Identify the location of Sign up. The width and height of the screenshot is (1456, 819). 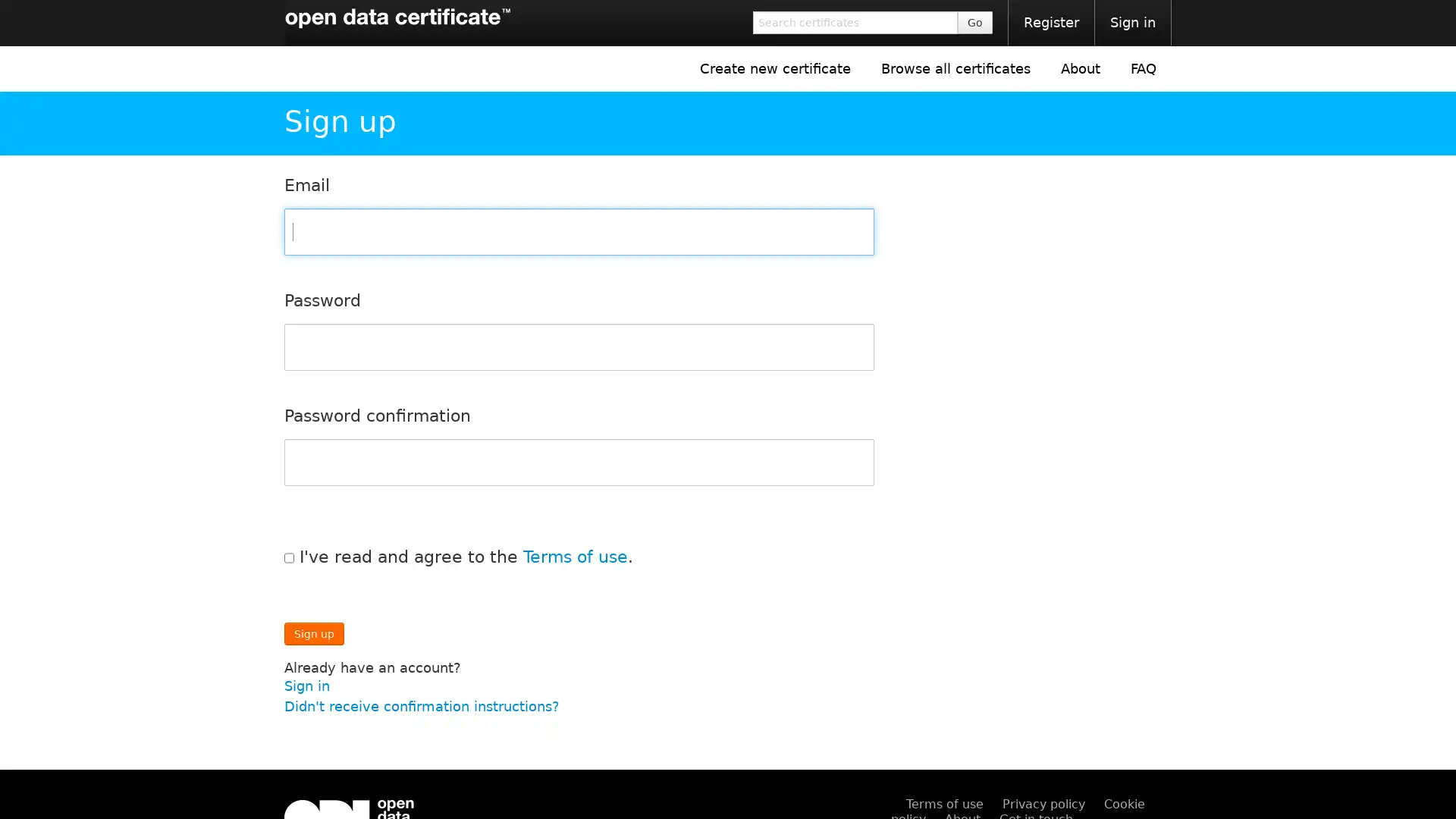
(313, 632).